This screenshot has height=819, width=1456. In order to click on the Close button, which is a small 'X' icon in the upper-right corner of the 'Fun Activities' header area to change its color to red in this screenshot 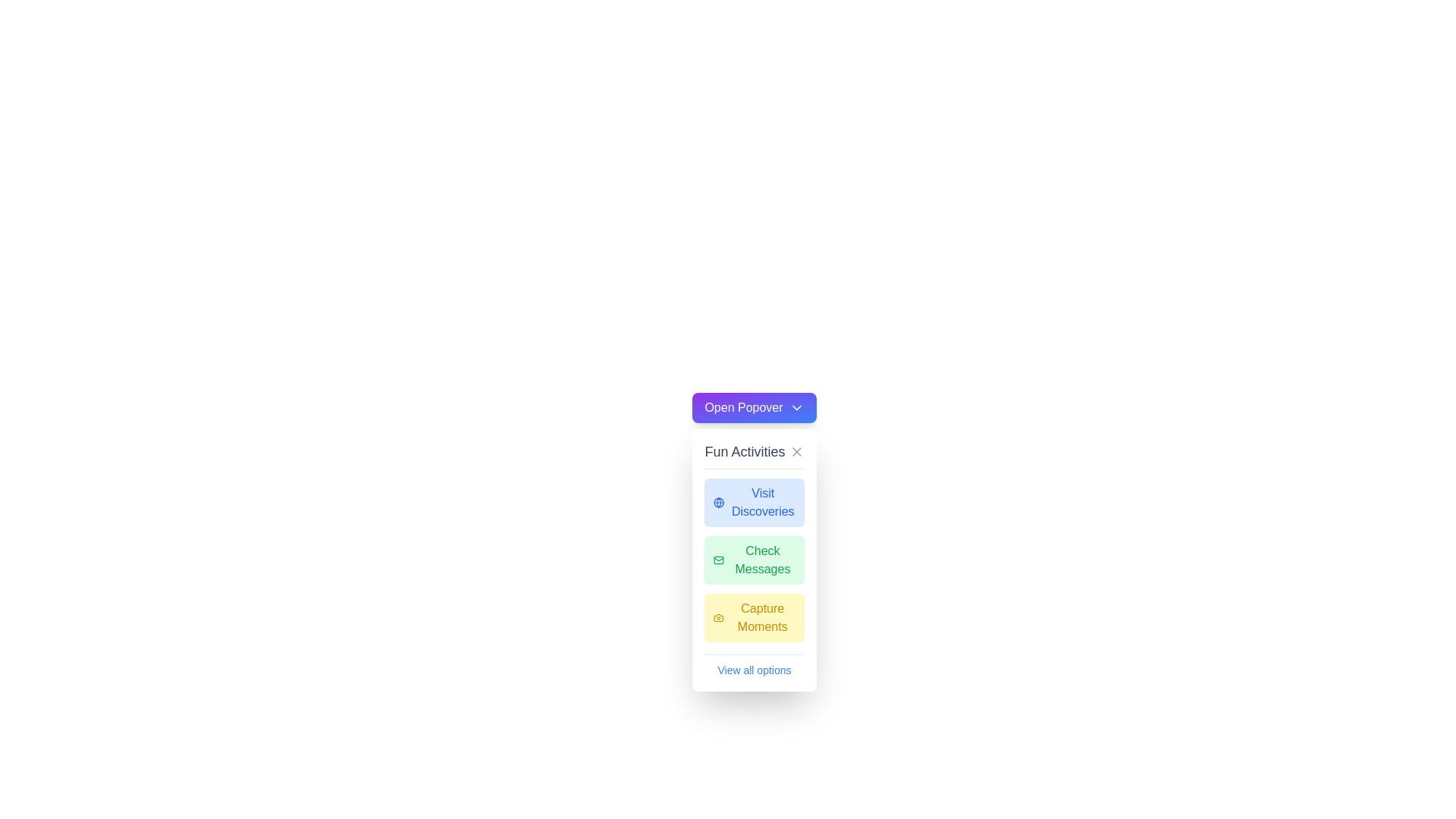, I will do `click(795, 451)`.